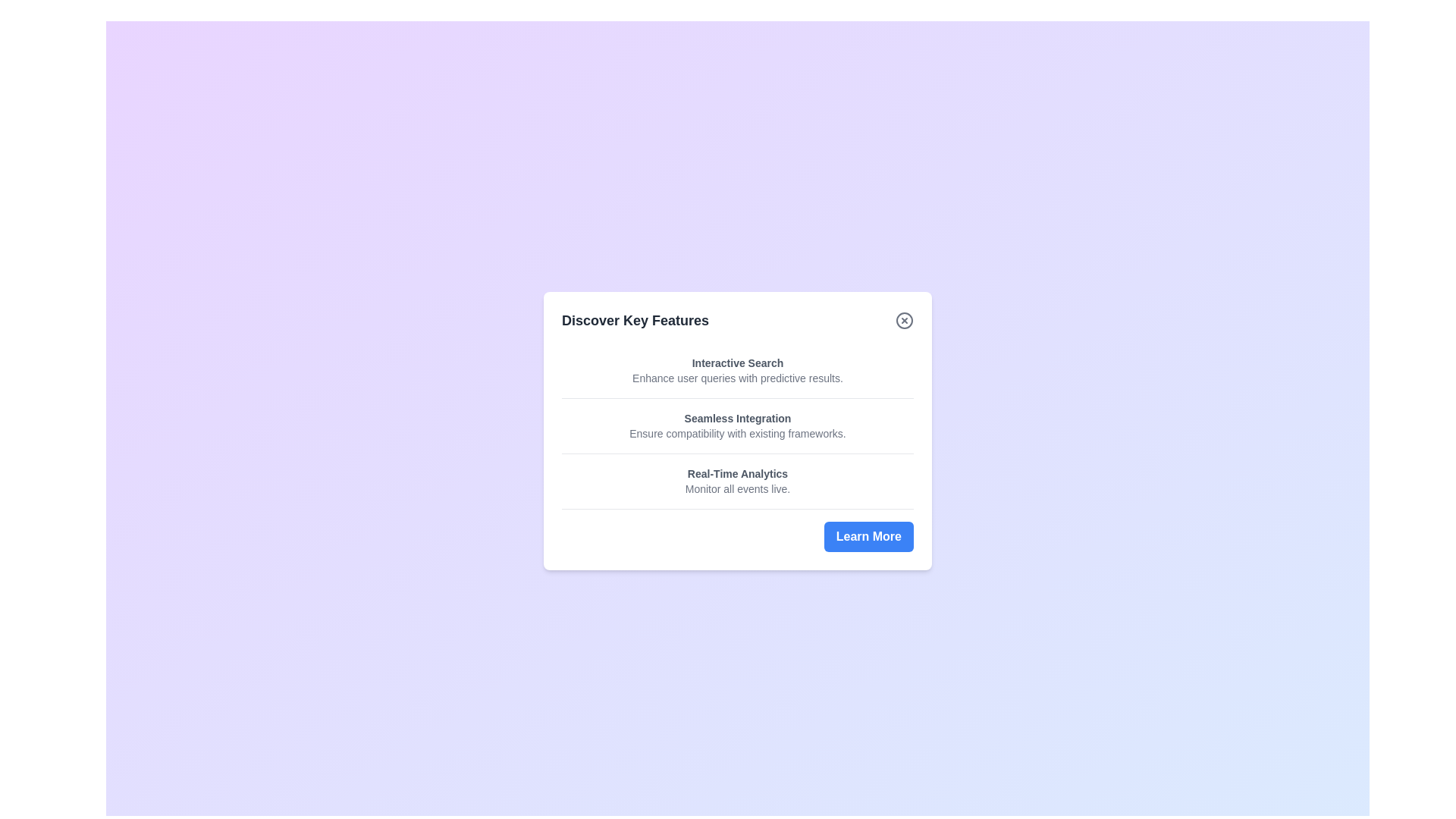 This screenshot has width=1456, height=819. Describe the element at coordinates (905, 319) in the screenshot. I see `the close button (X) to close the dialog` at that location.